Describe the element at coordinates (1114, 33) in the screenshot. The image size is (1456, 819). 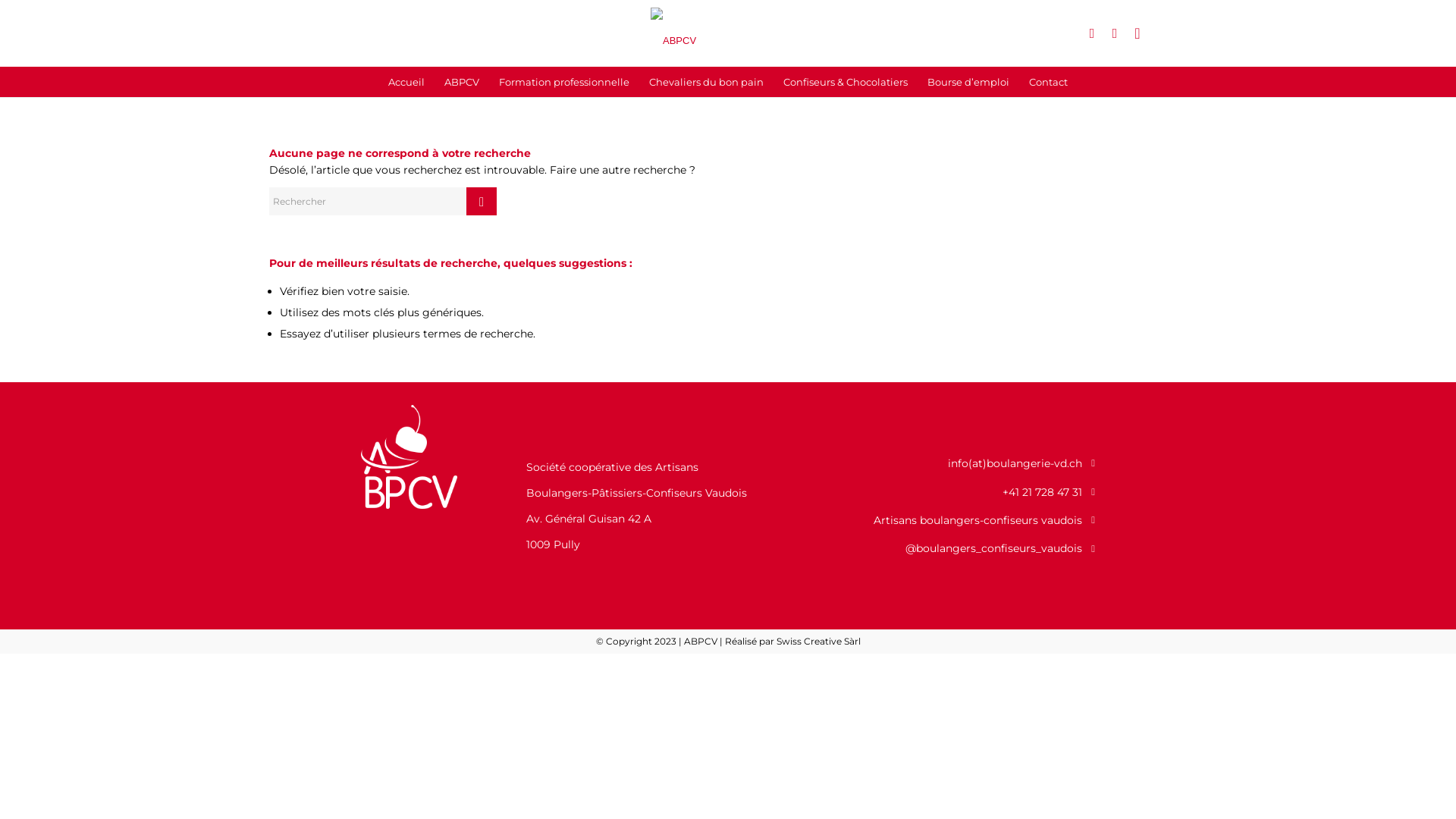
I see `'Instagram'` at that location.